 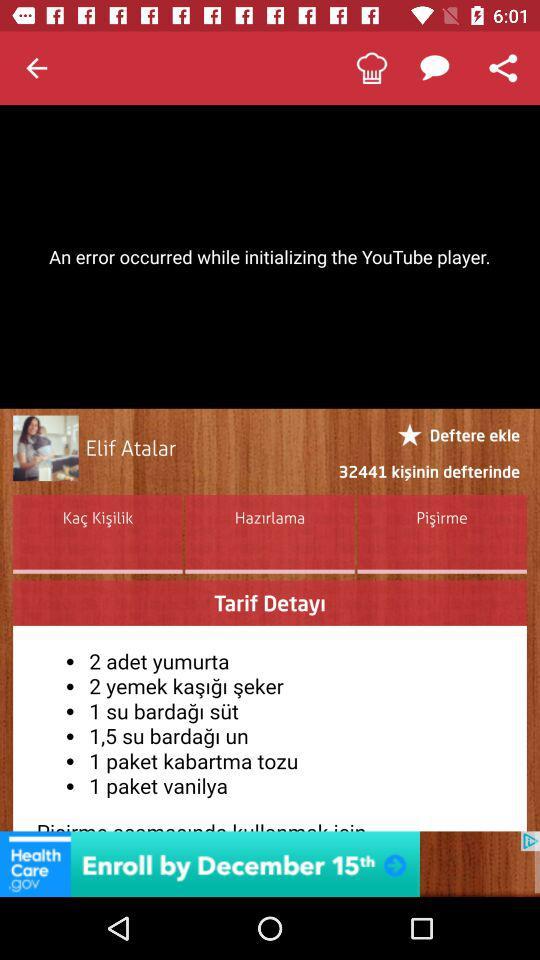 What do you see at coordinates (45, 448) in the screenshot?
I see `photo` at bounding box center [45, 448].